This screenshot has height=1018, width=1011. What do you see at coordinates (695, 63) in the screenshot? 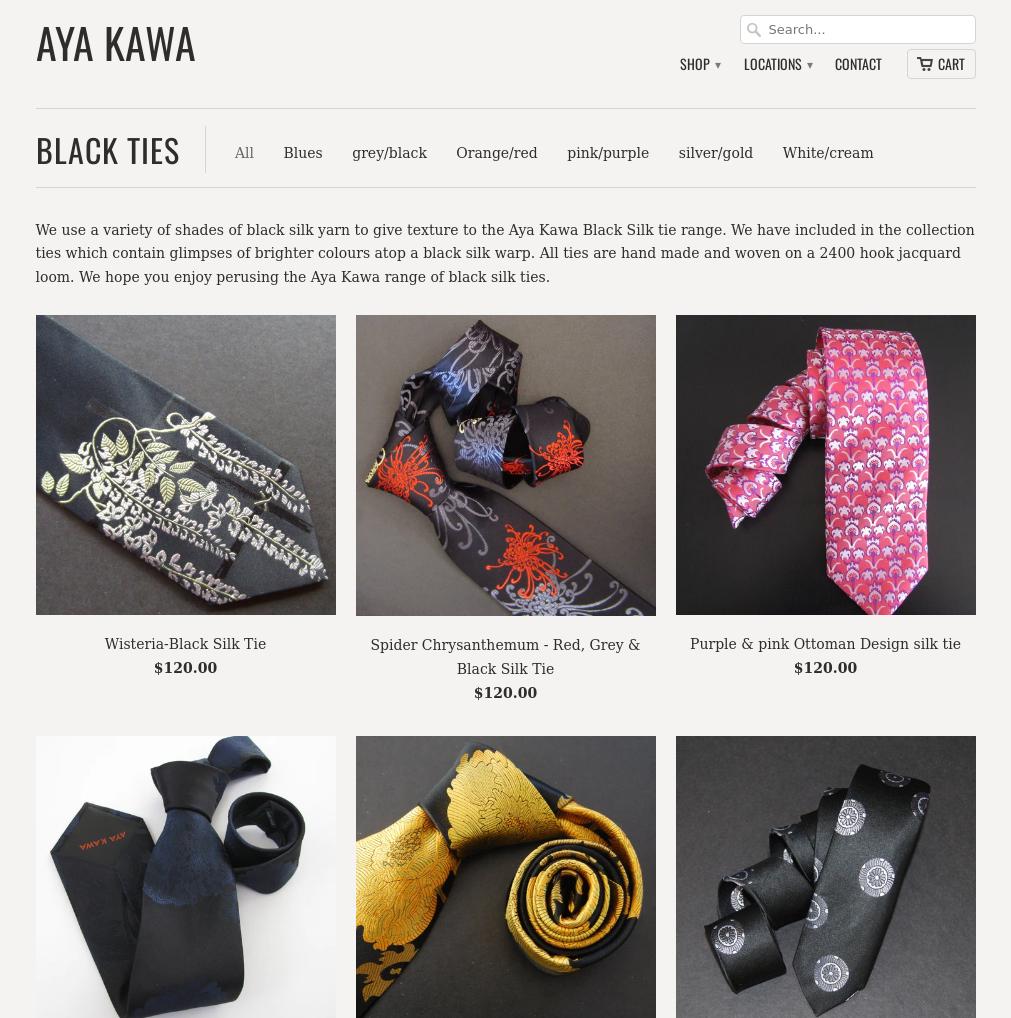
I see `'Shop'` at bounding box center [695, 63].